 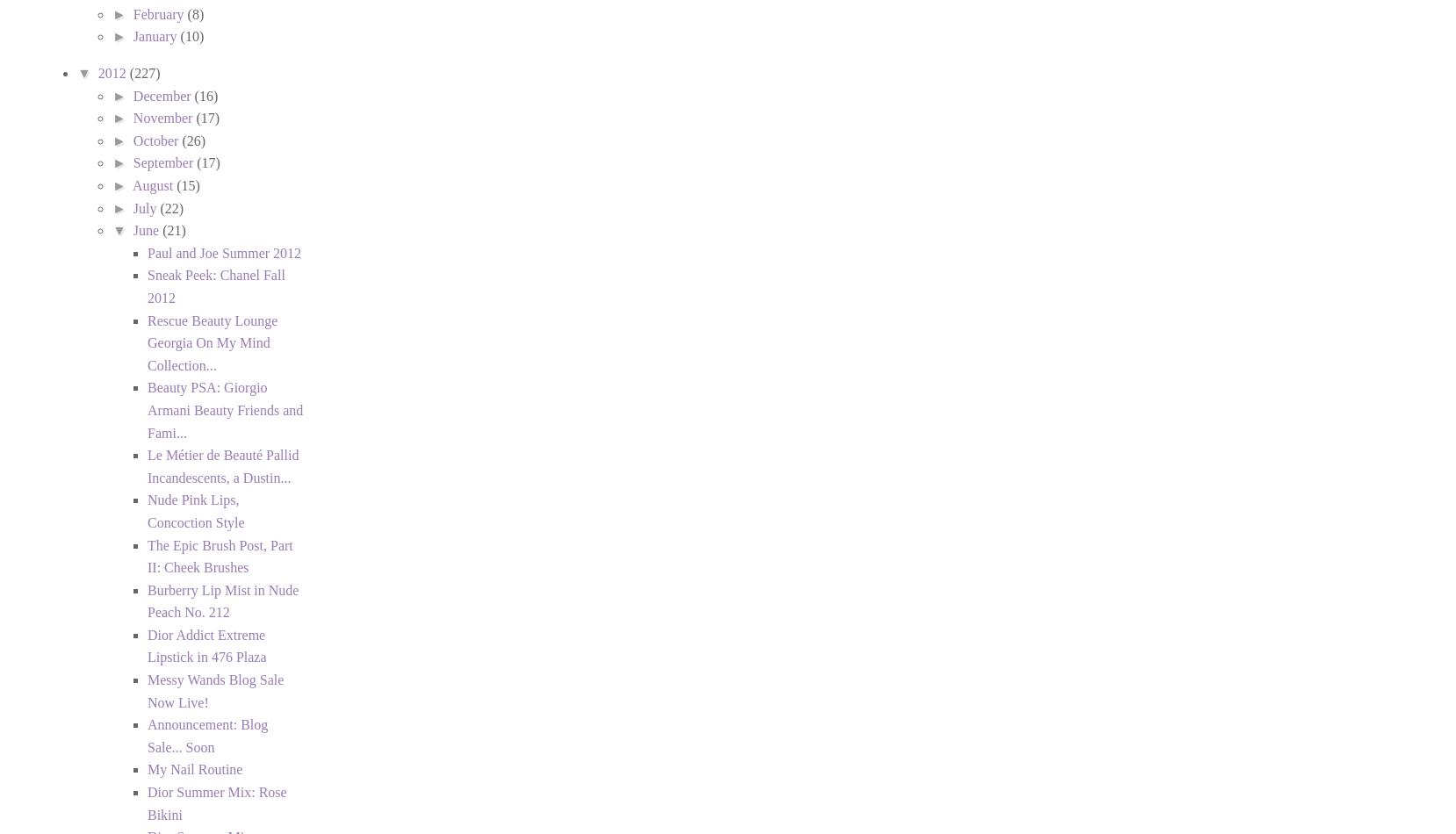 What do you see at coordinates (147, 734) in the screenshot?
I see `'Announcement: Blog Sale... Soon'` at bounding box center [147, 734].